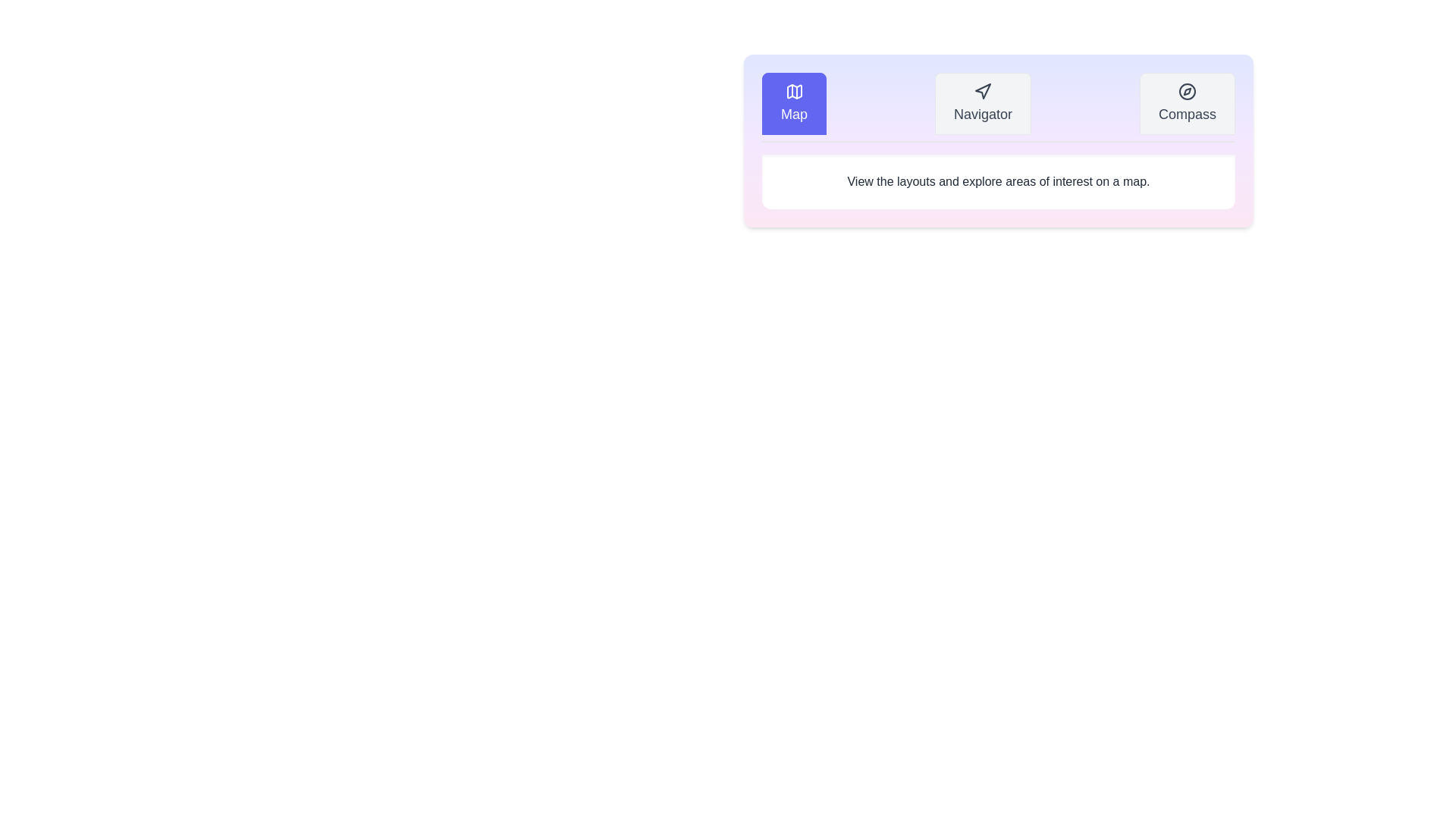  Describe the element at coordinates (983, 103) in the screenshot. I see `the Navigator tab by clicking on it` at that location.